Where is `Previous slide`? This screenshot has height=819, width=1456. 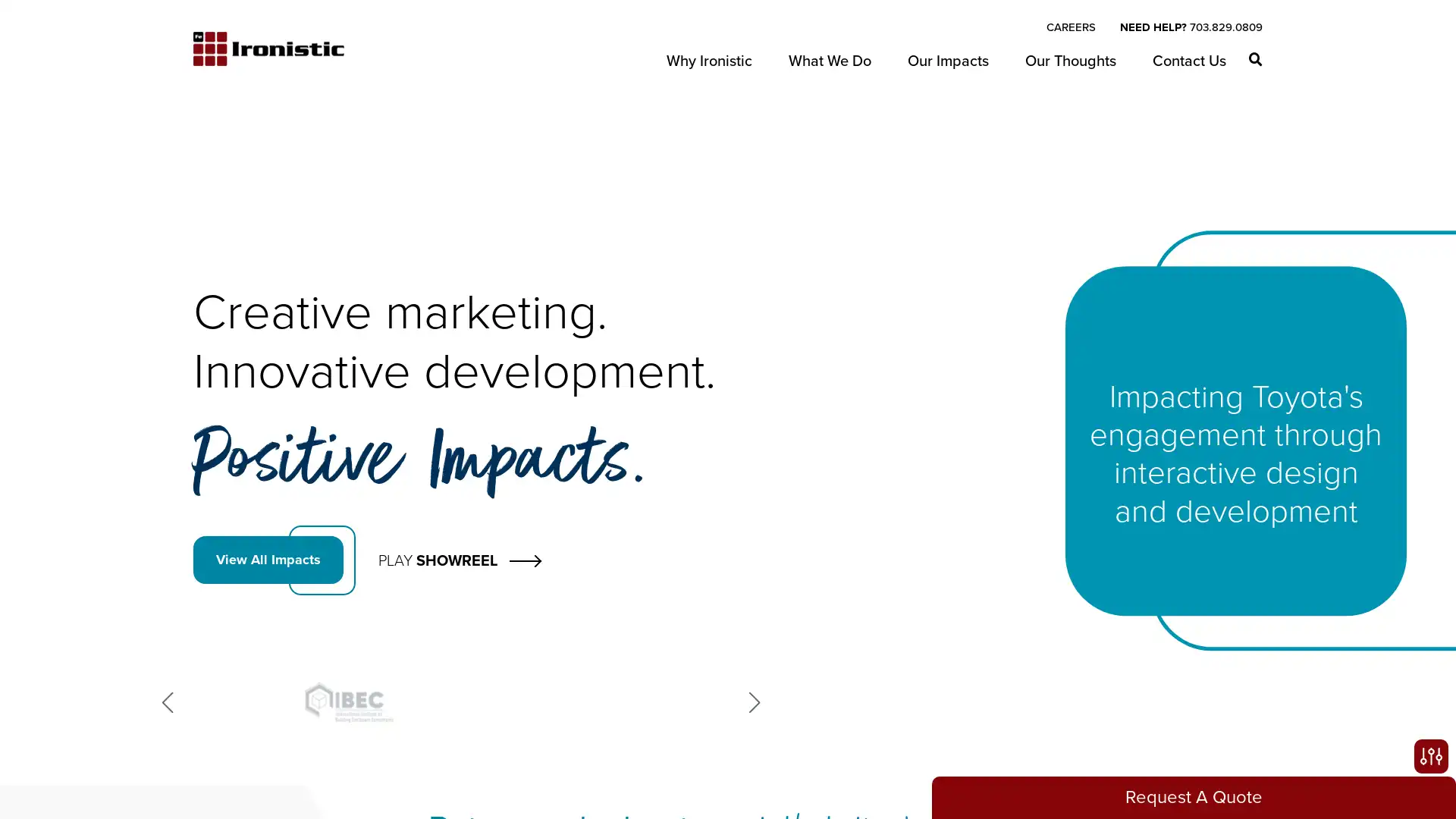 Previous slide is located at coordinates (167, 701).